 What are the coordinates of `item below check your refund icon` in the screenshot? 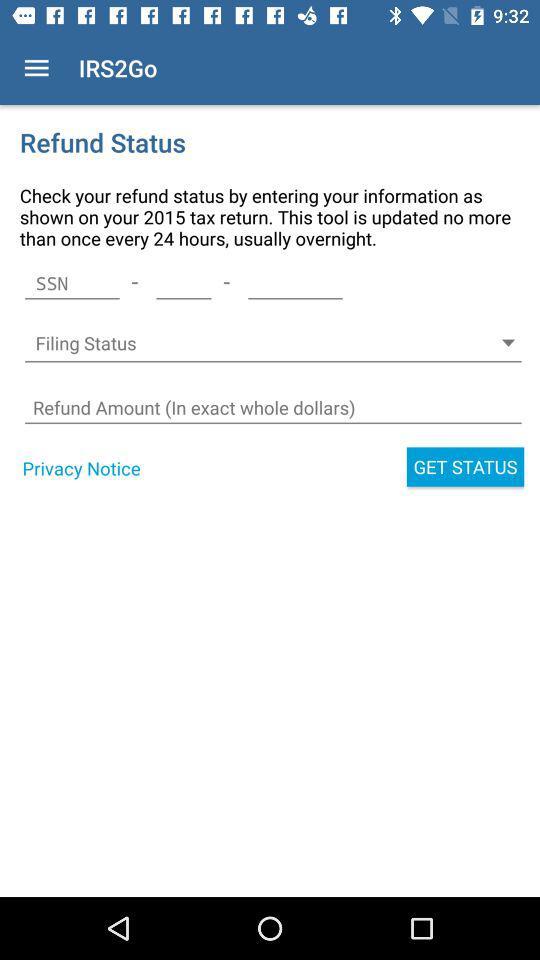 It's located at (294, 282).